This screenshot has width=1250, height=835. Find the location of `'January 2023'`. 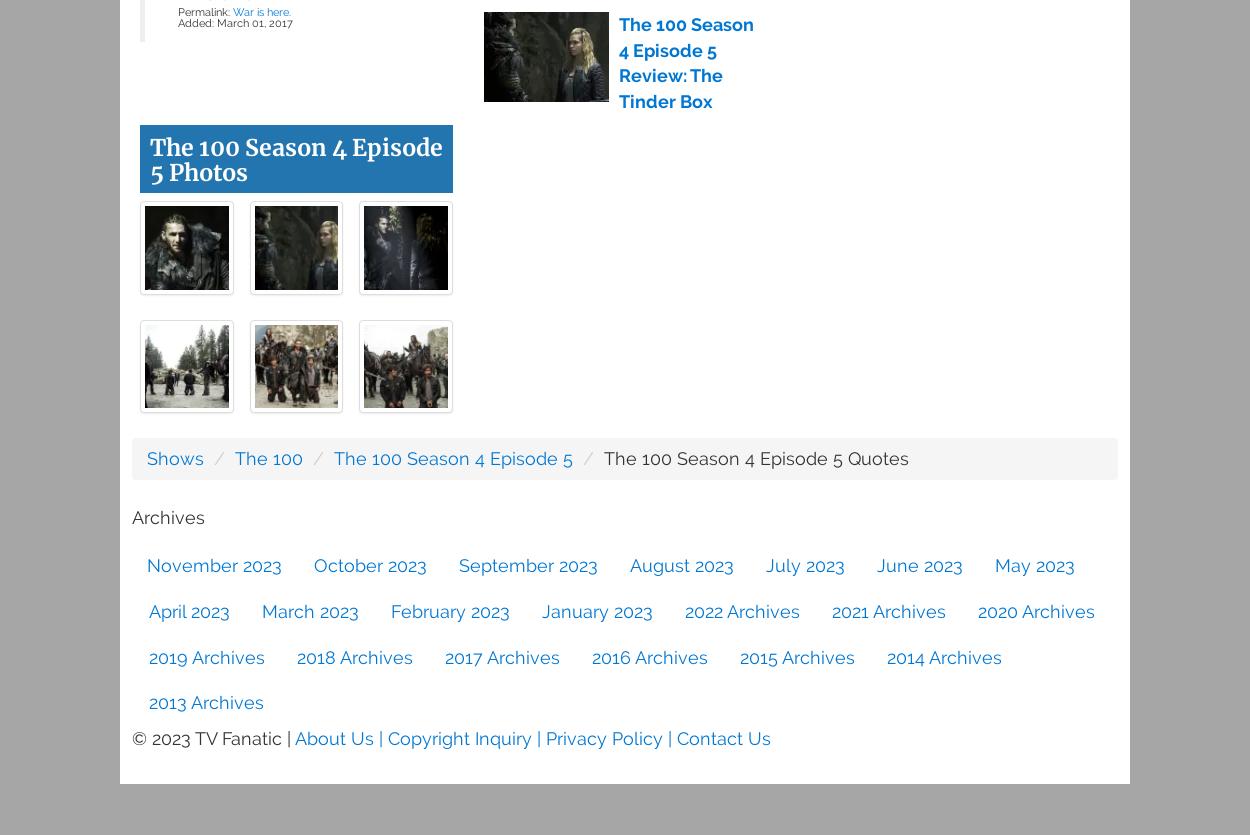

'January 2023' is located at coordinates (596, 609).